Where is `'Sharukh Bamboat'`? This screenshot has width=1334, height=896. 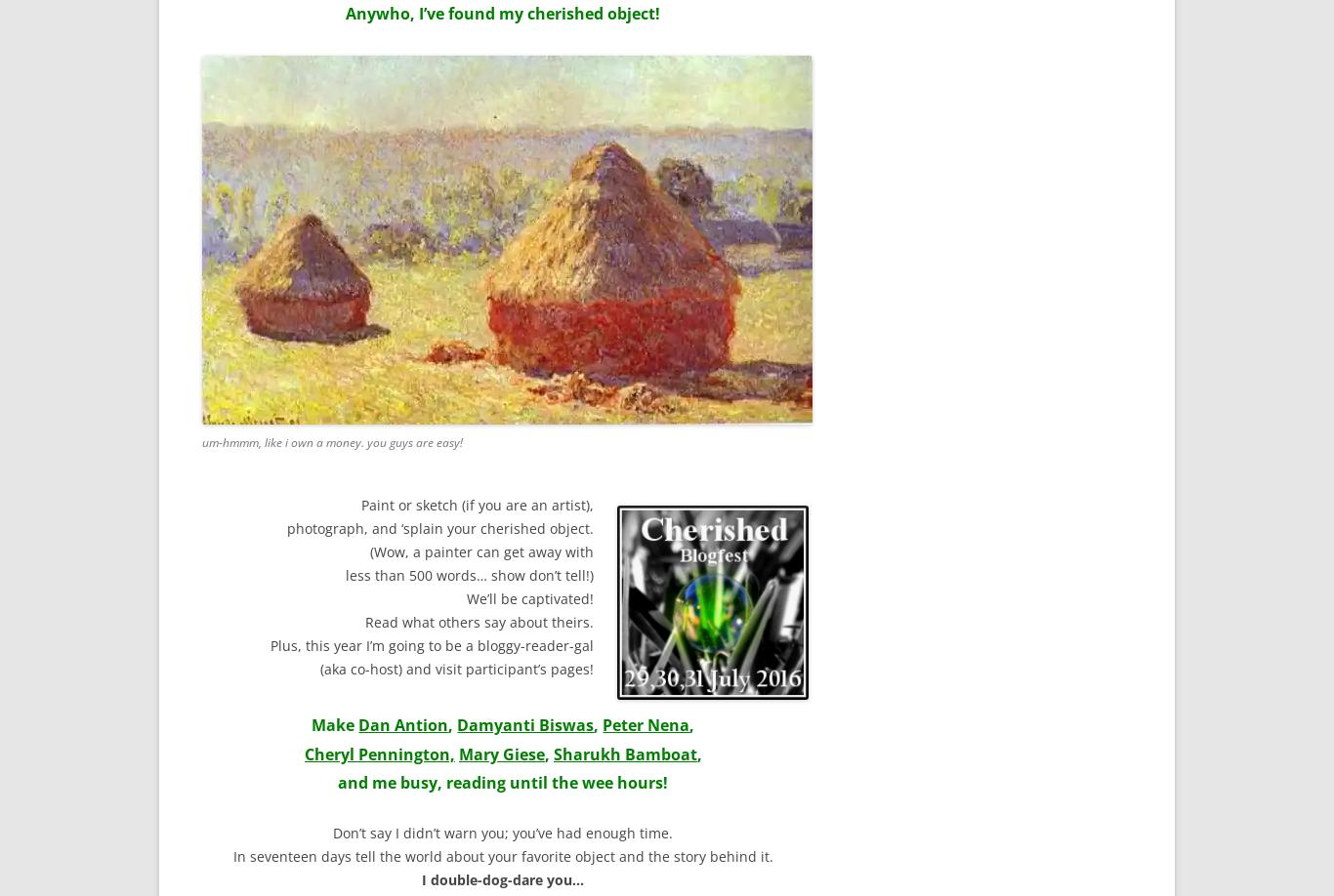 'Sharukh Bamboat' is located at coordinates (623, 753).